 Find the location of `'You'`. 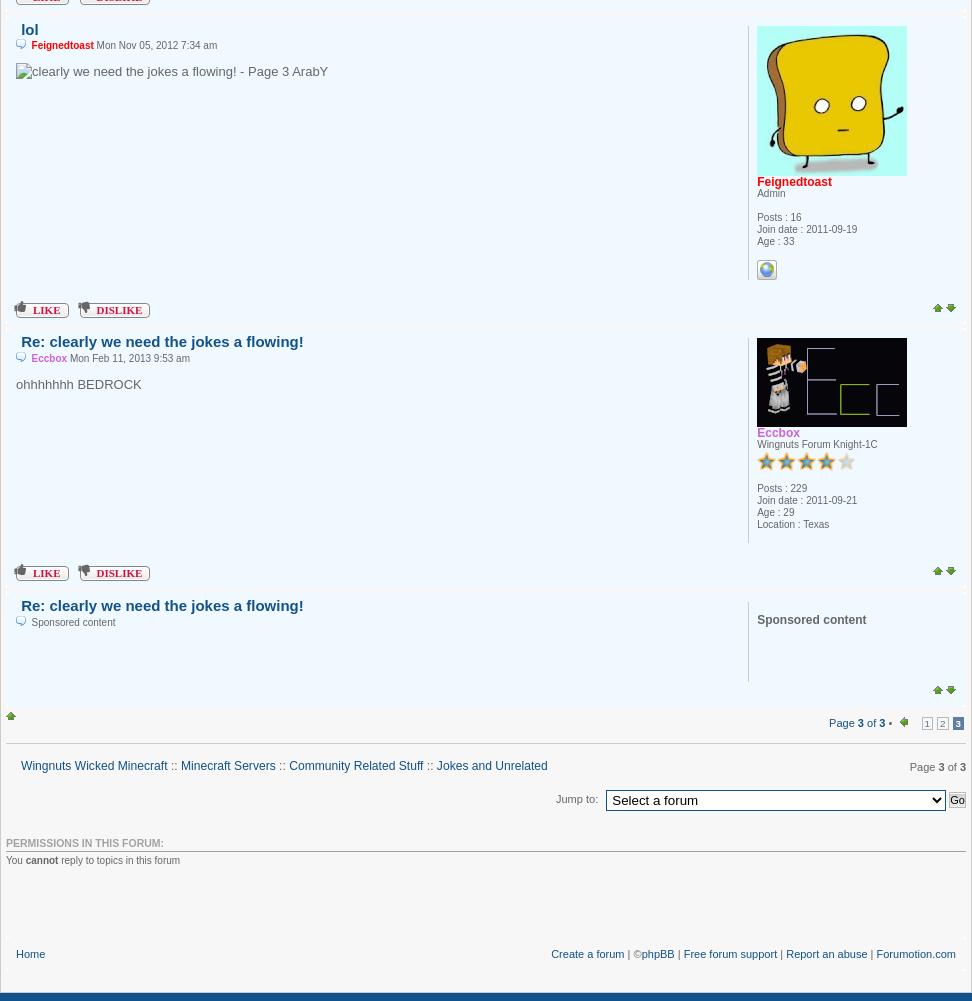

'You' is located at coordinates (15, 860).